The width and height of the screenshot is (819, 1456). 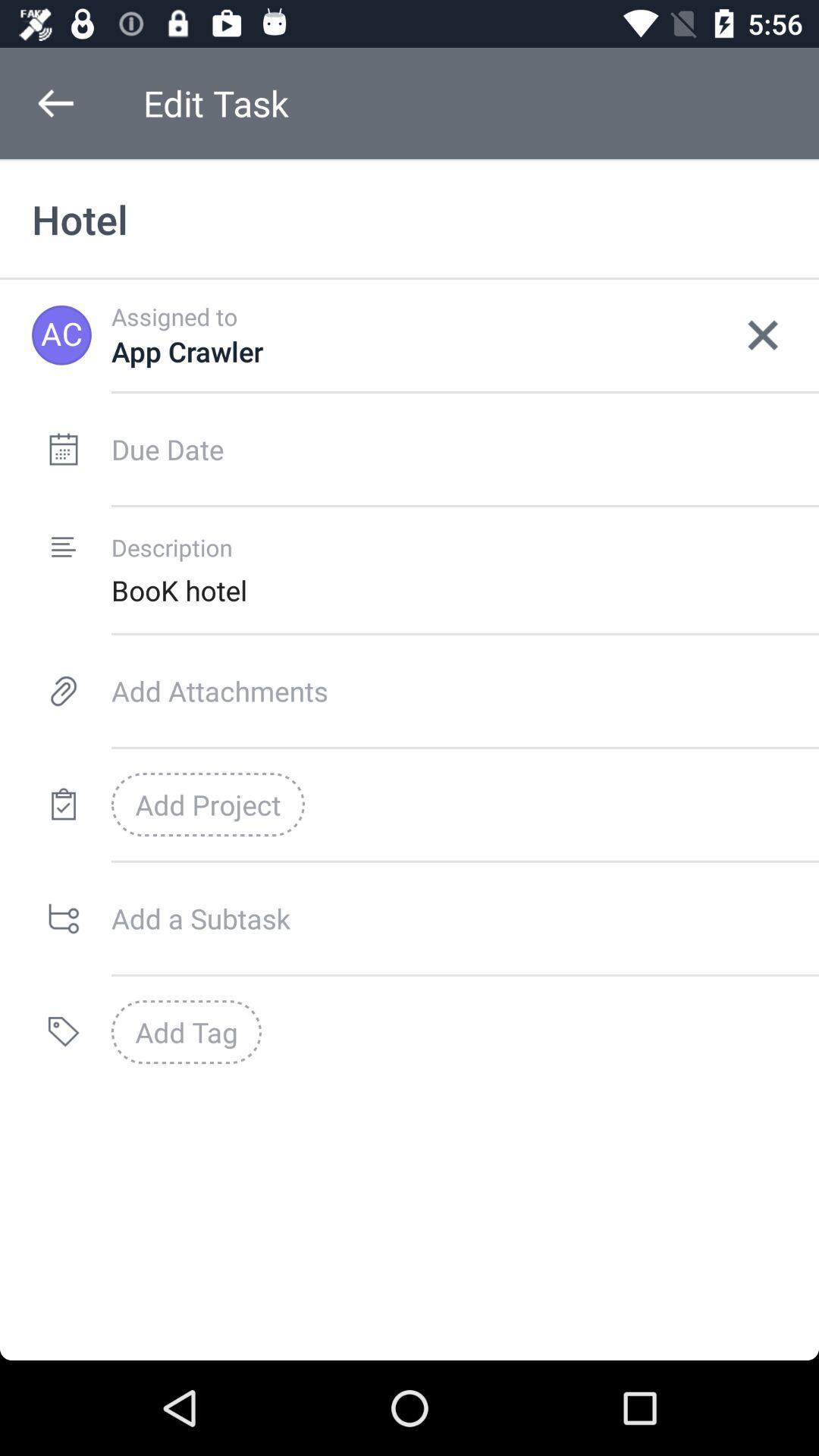 I want to click on book hotel item, so click(x=464, y=589).